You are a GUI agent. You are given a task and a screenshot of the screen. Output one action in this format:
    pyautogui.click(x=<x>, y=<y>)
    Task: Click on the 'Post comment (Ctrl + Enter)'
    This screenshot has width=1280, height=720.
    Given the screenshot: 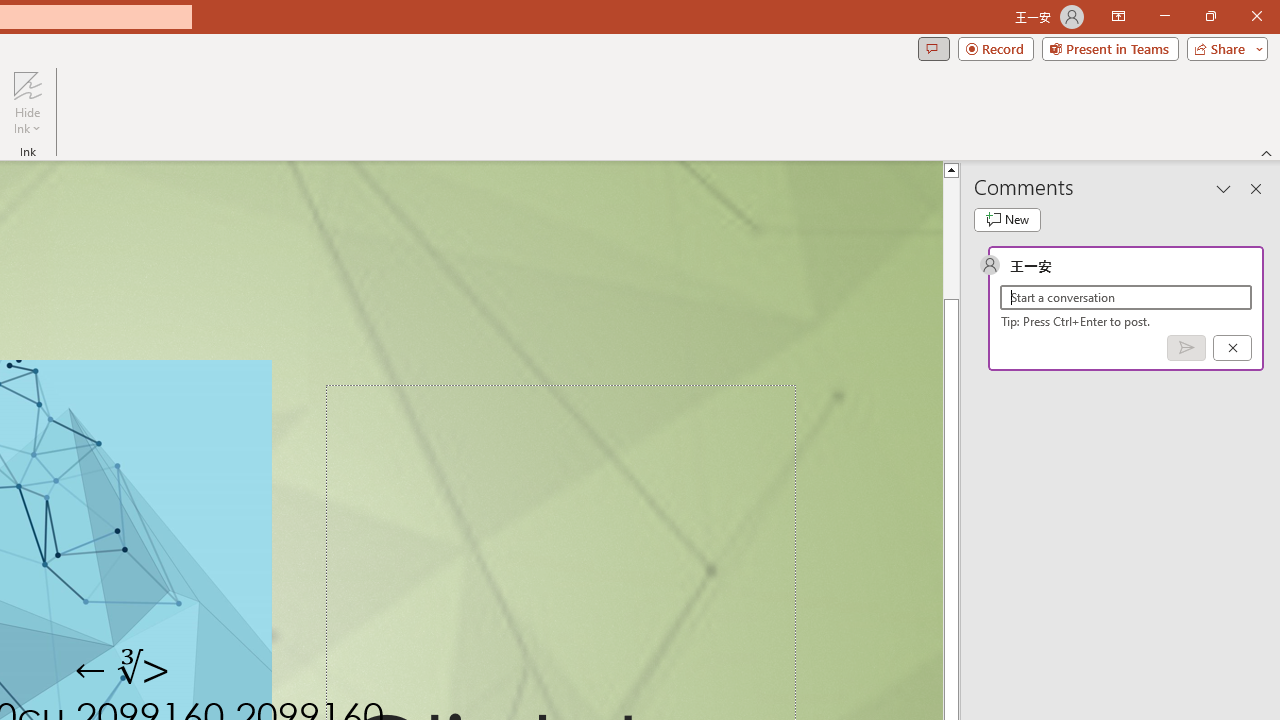 What is the action you would take?
    pyautogui.click(x=1186, y=346)
    